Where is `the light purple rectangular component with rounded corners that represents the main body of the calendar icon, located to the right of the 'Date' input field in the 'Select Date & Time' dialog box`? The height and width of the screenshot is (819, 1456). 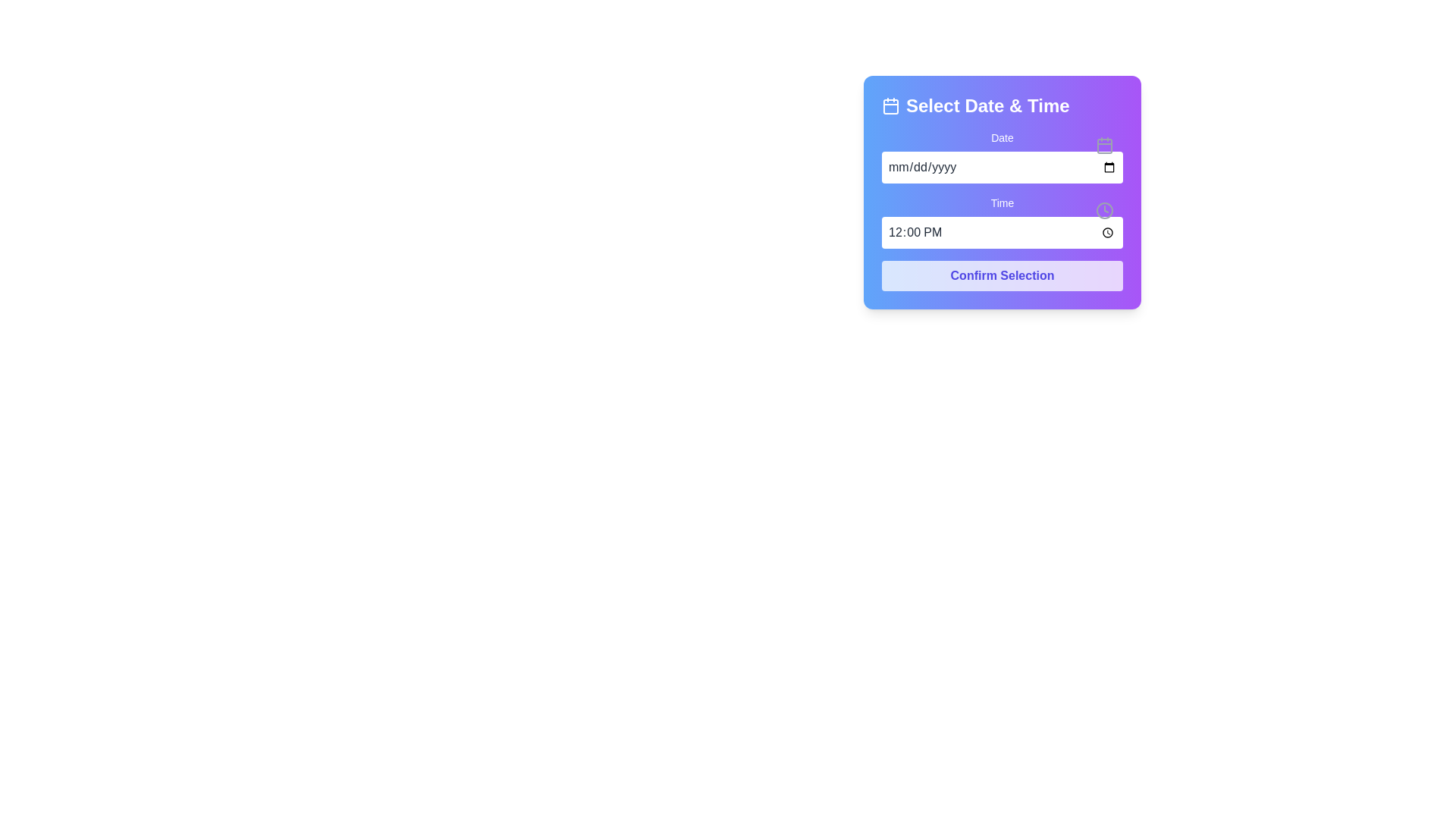 the light purple rectangular component with rounded corners that represents the main body of the calendar icon, located to the right of the 'Date' input field in the 'Select Date & Time' dialog box is located at coordinates (1105, 146).